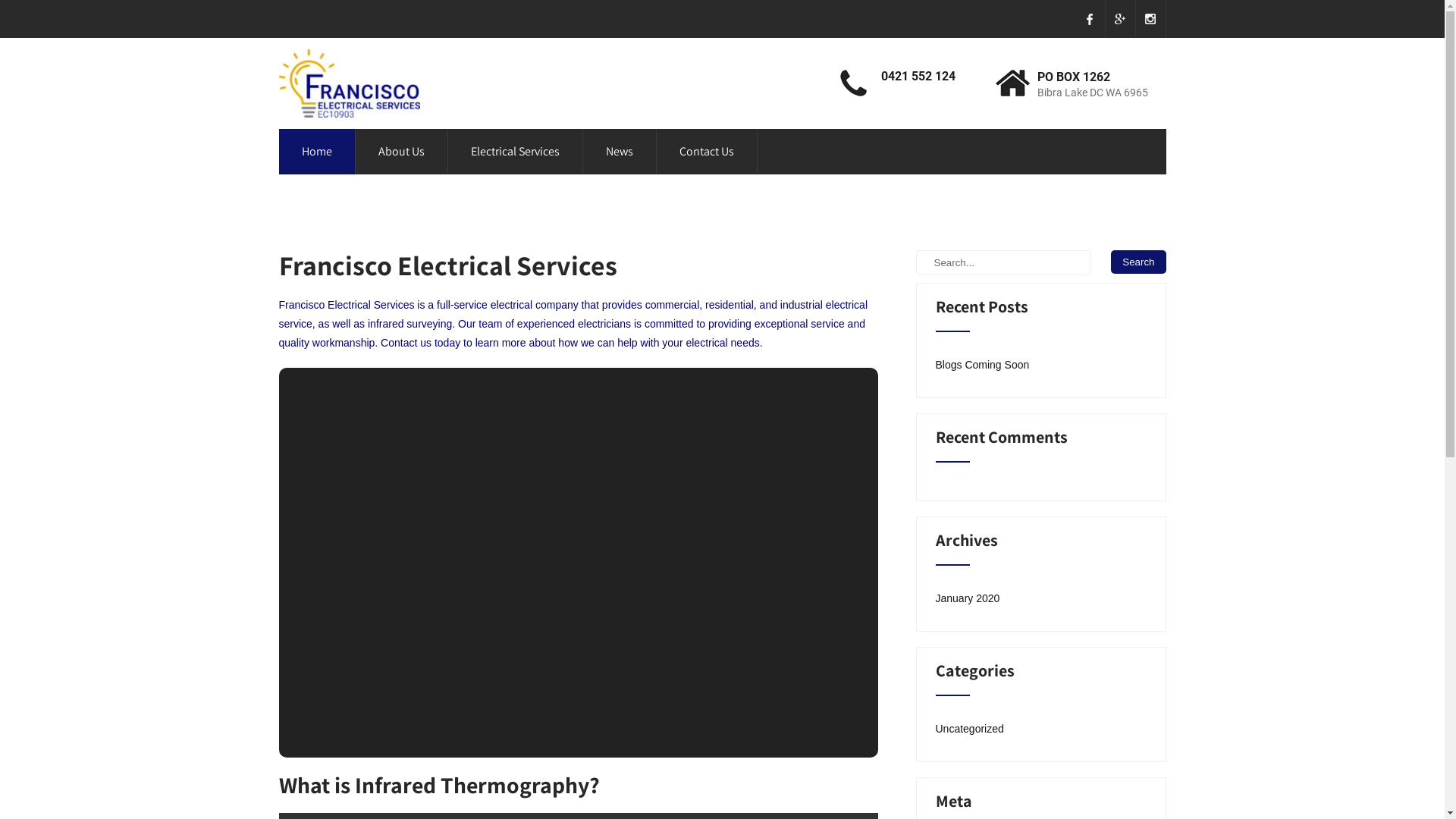 The height and width of the screenshot is (819, 1456). Describe the element at coordinates (315, 152) in the screenshot. I see `'Home'` at that location.